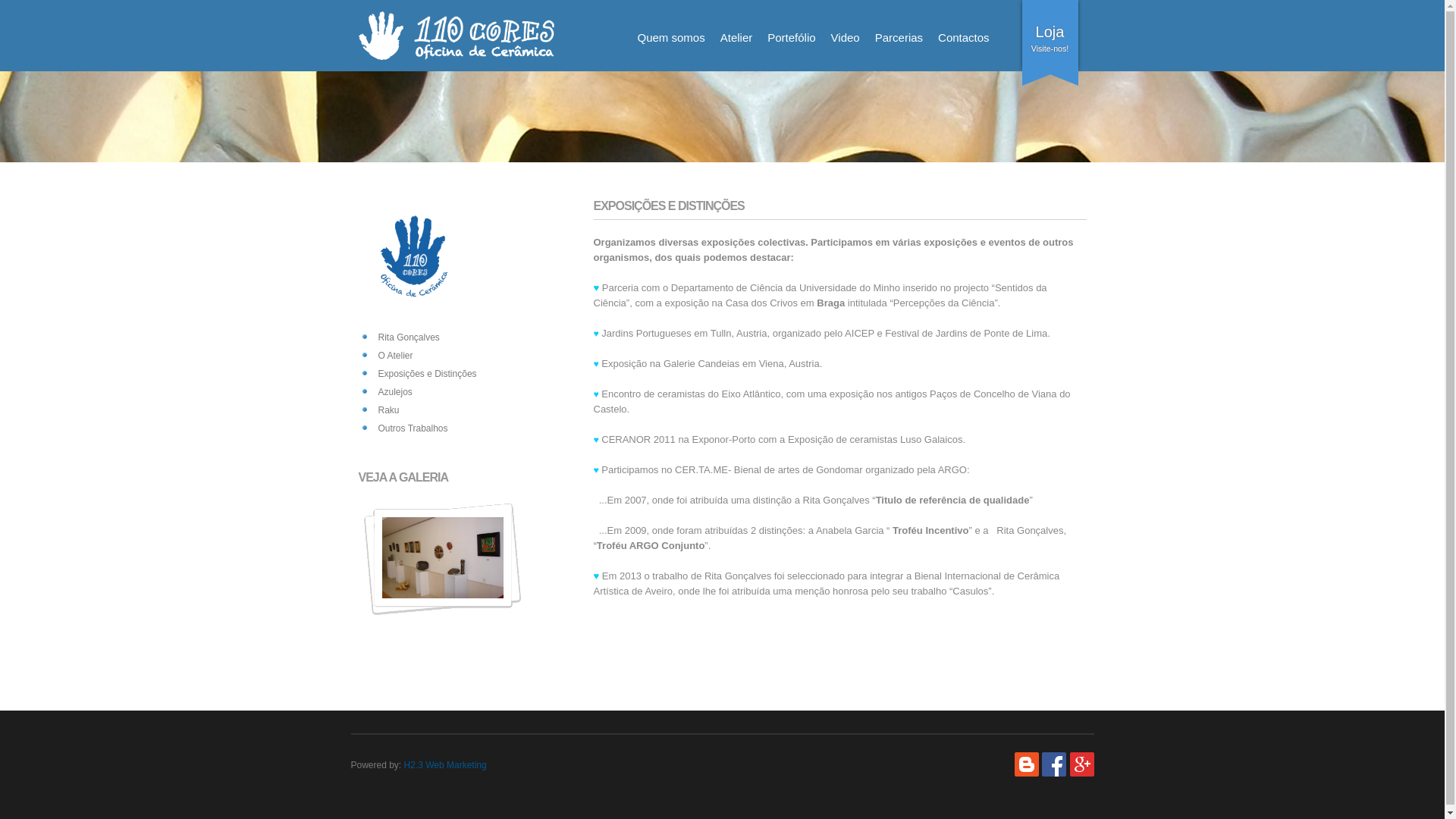 The width and height of the screenshot is (1456, 819). What do you see at coordinates (1026, 764) in the screenshot?
I see `'Blog'` at bounding box center [1026, 764].